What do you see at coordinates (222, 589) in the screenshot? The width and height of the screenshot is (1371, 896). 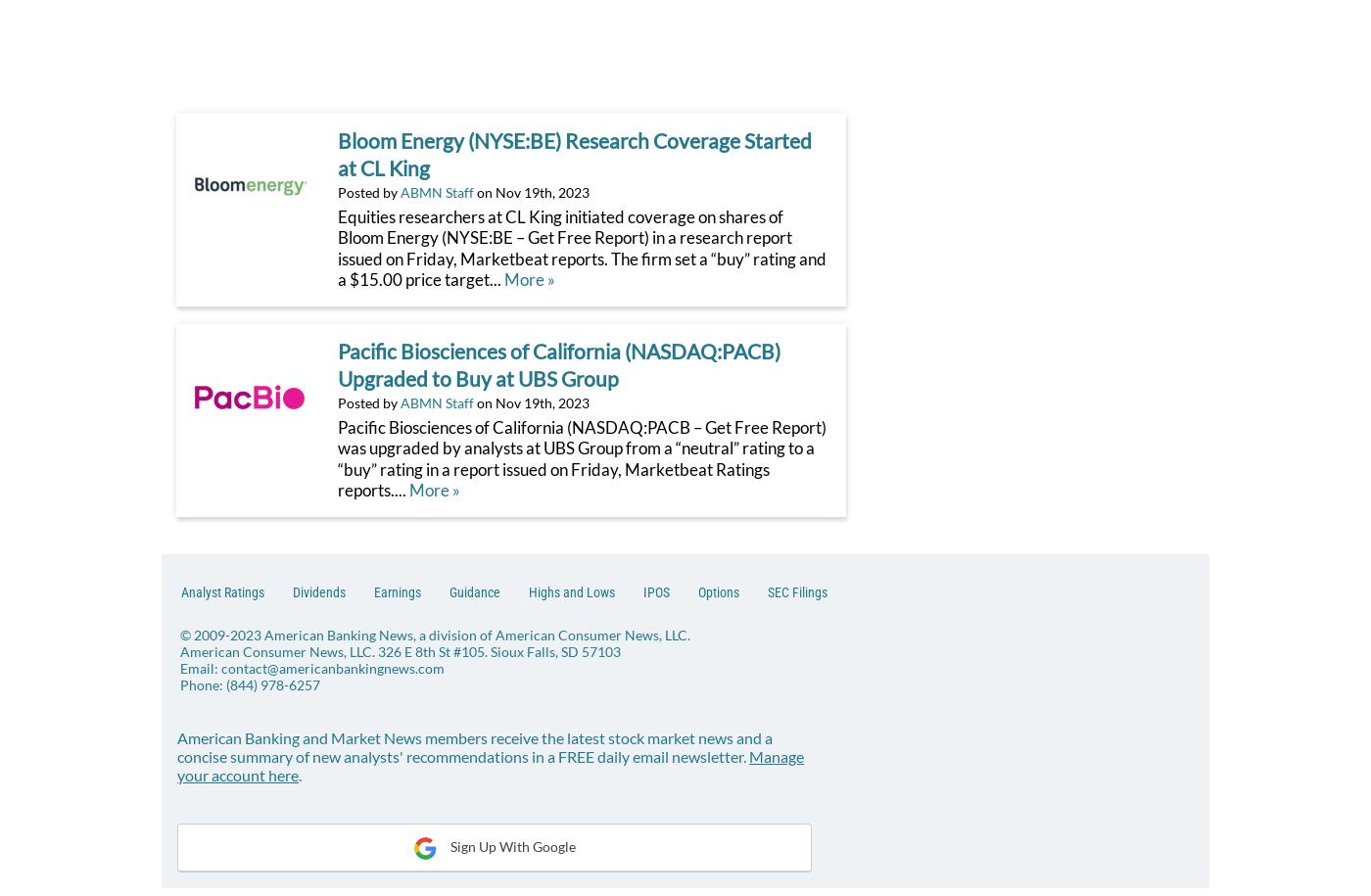 I see `'Analyst Ratings'` at bounding box center [222, 589].